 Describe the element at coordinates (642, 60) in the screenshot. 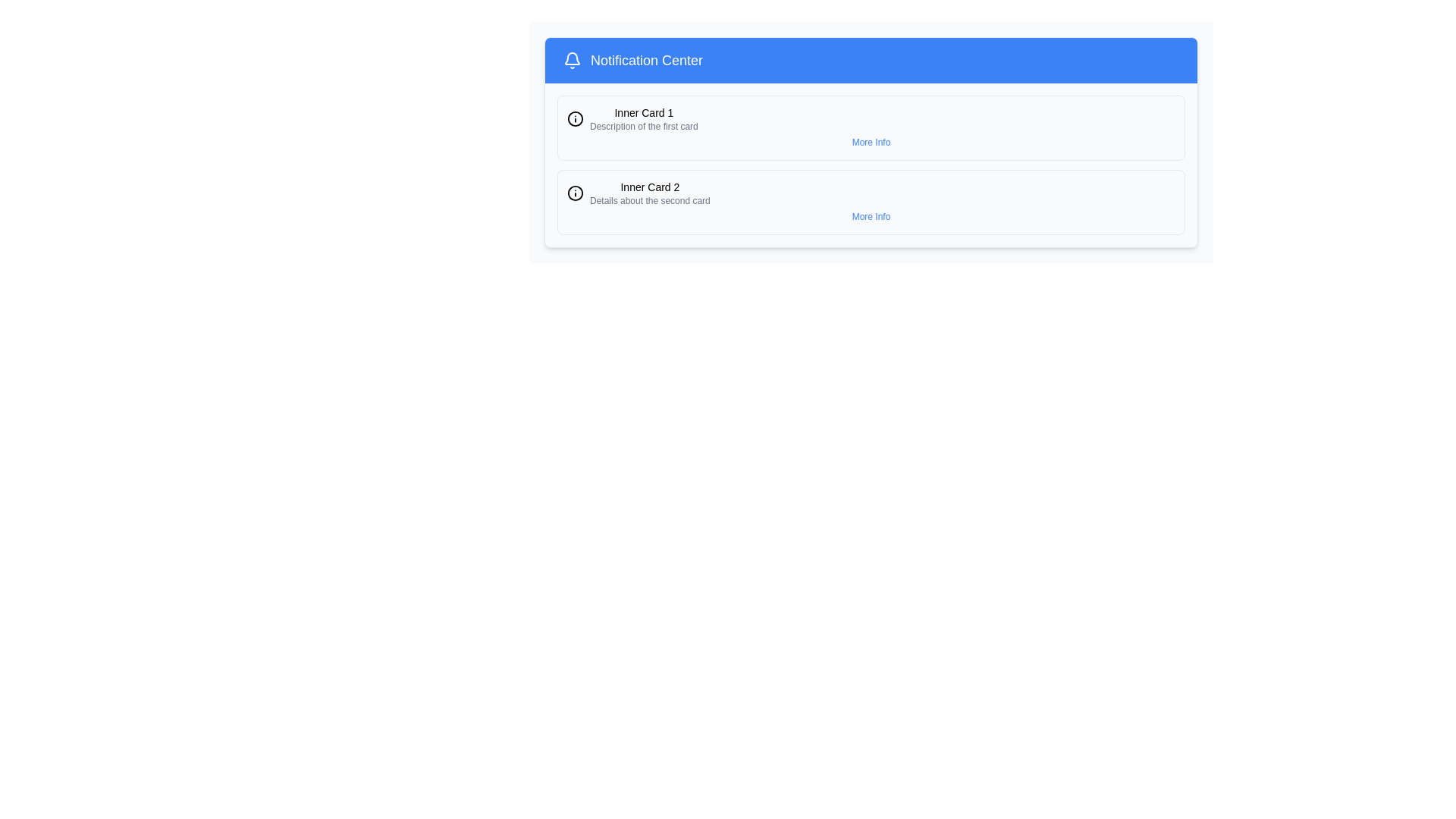

I see `the Text Label that indicates the notifications section, which is positioned to the right of the bell icon at the top of the interface` at that location.